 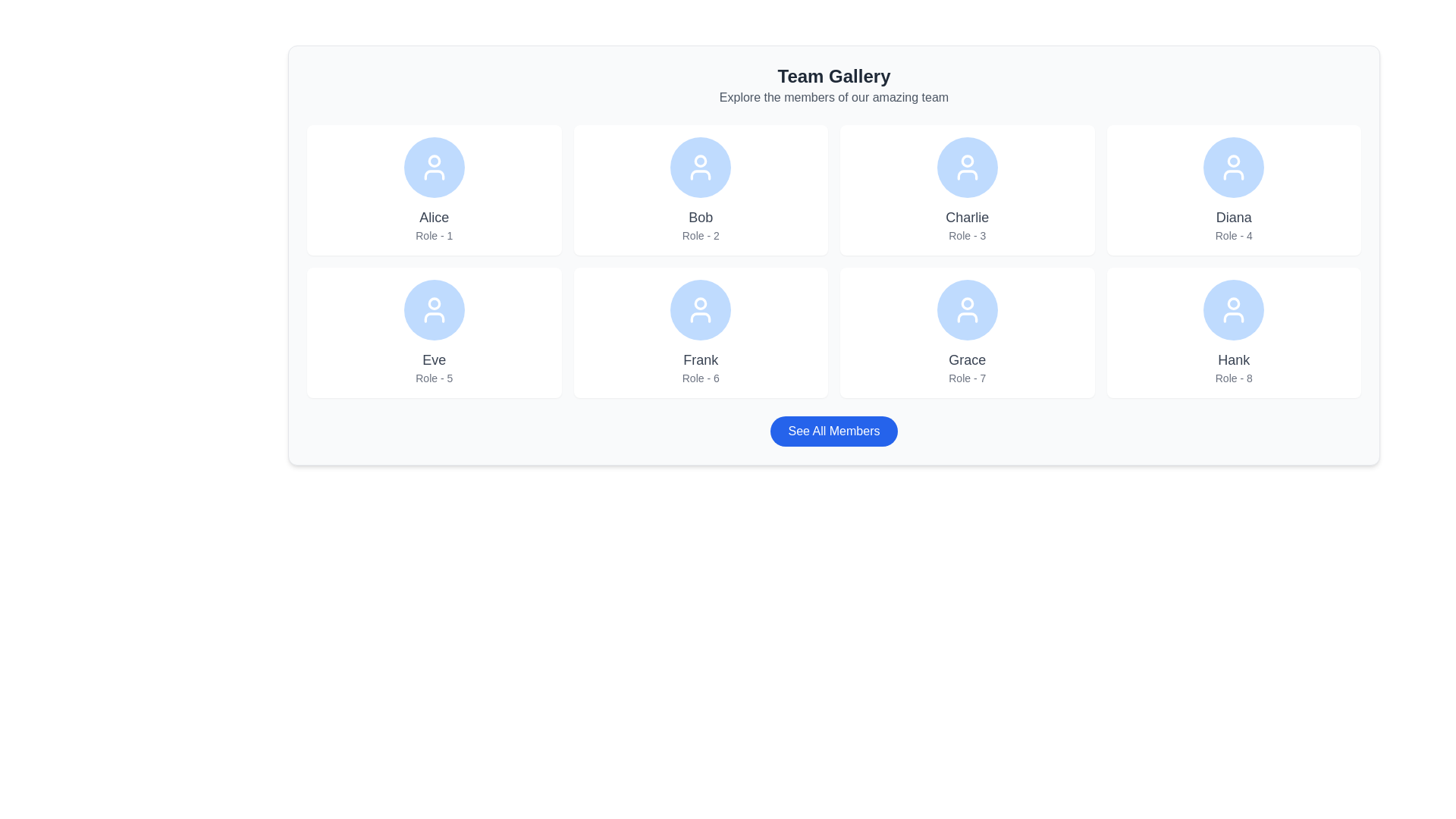 What do you see at coordinates (1234, 309) in the screenshot?
I see `the Profile icon located at the lower-right corner of the card labeled 'Hank Role - 8' for user identification` at bounding box center [1234, 309].